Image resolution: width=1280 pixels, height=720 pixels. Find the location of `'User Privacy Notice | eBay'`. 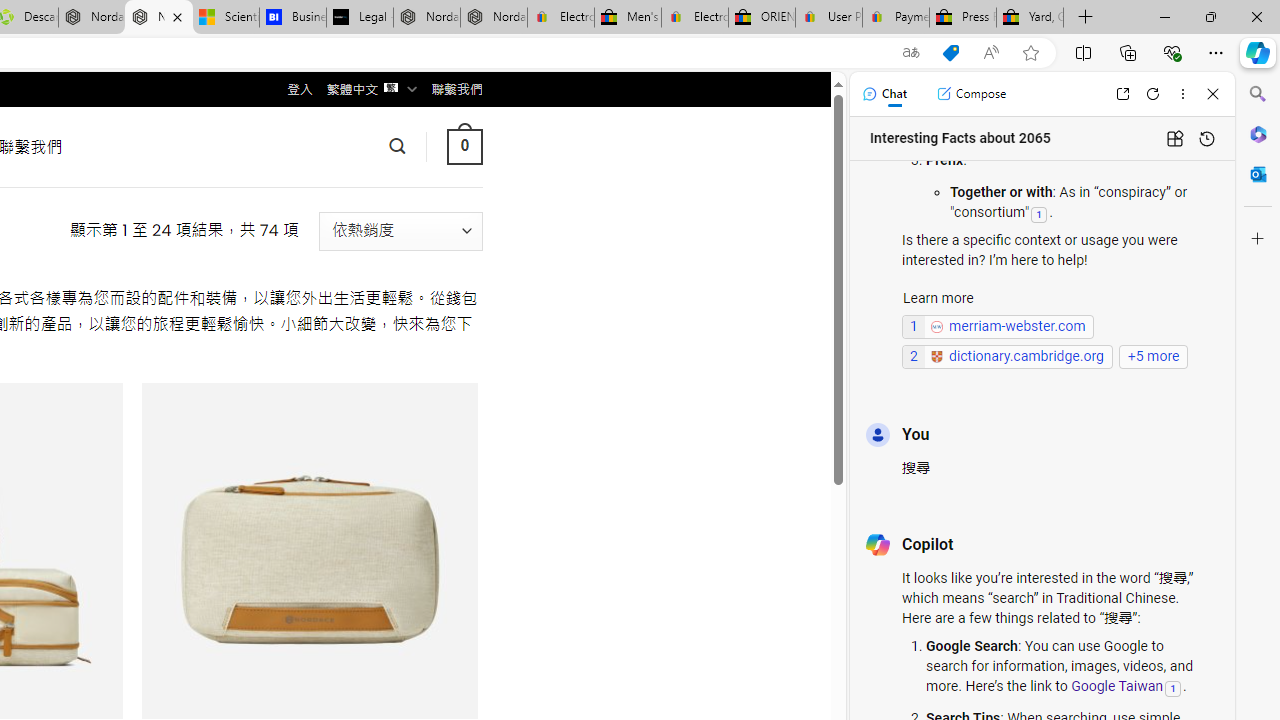

'User Privacy Notice | eBay' is located at coordinates (828, 17).